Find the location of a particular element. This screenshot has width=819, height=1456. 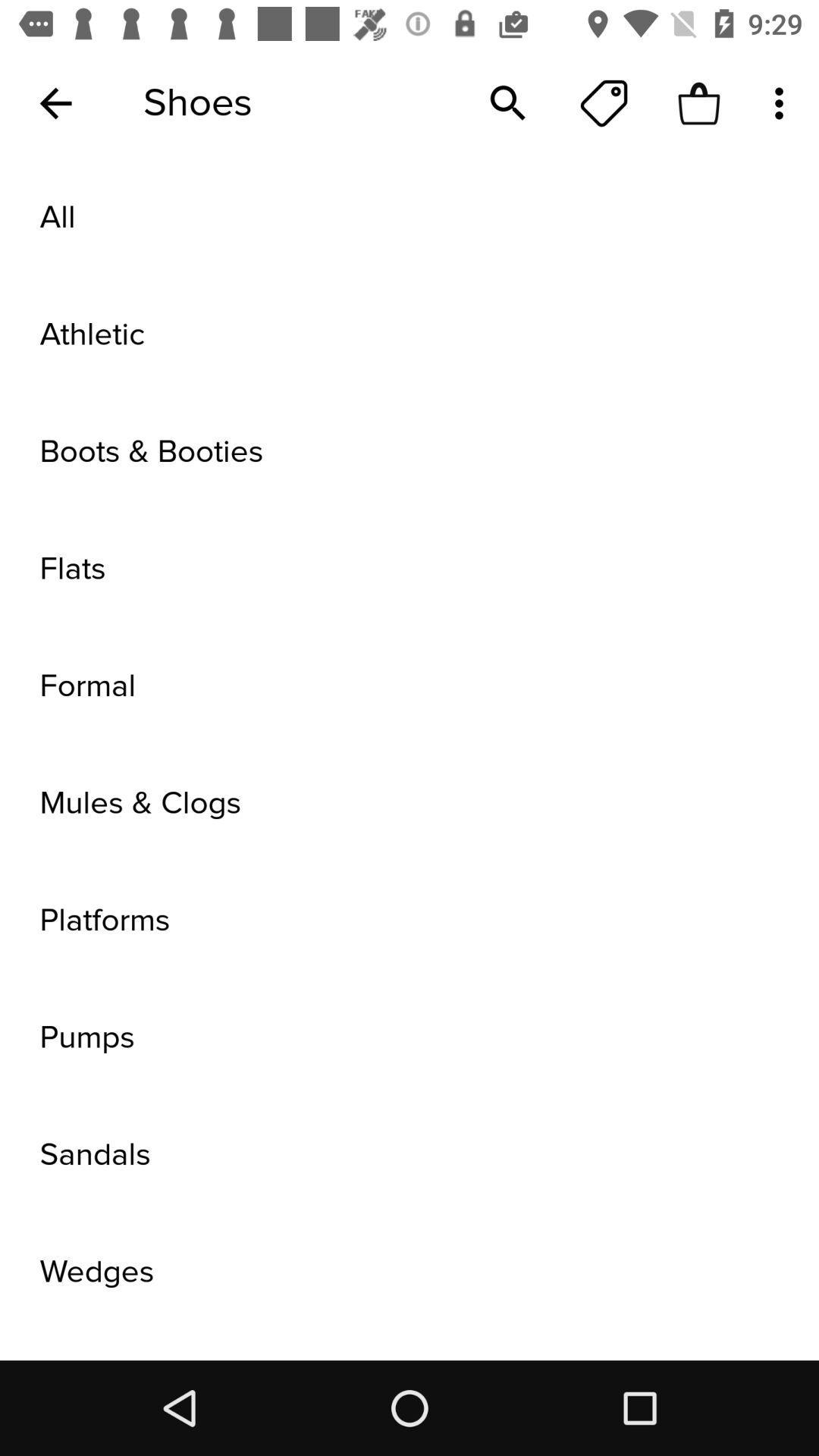

boots & booties item is located at coordinates (409, 451).